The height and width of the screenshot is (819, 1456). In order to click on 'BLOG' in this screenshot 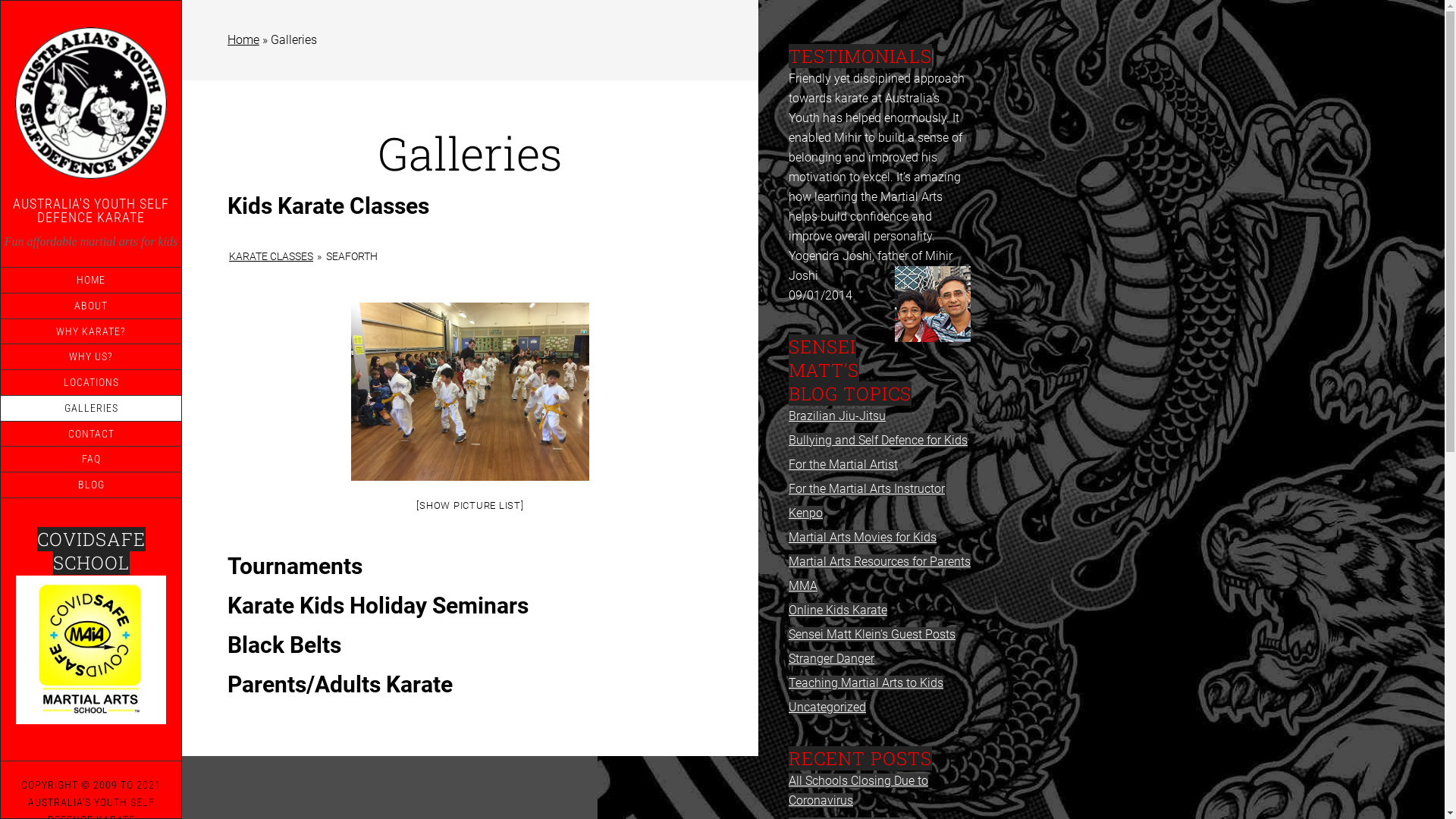, I will do `click(90, 485)`.